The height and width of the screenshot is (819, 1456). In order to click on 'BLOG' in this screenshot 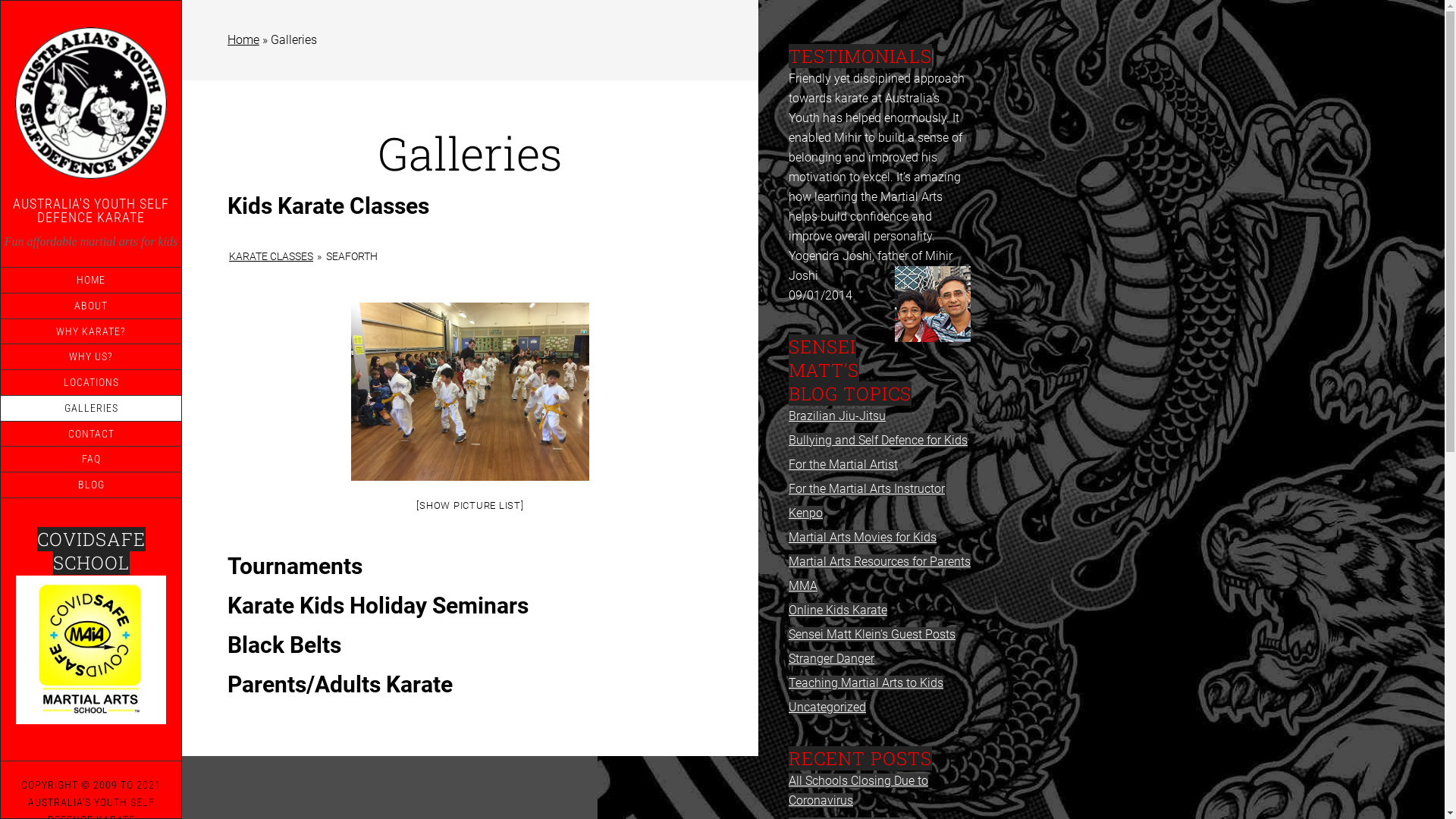, I will do `click(90, 485)`.